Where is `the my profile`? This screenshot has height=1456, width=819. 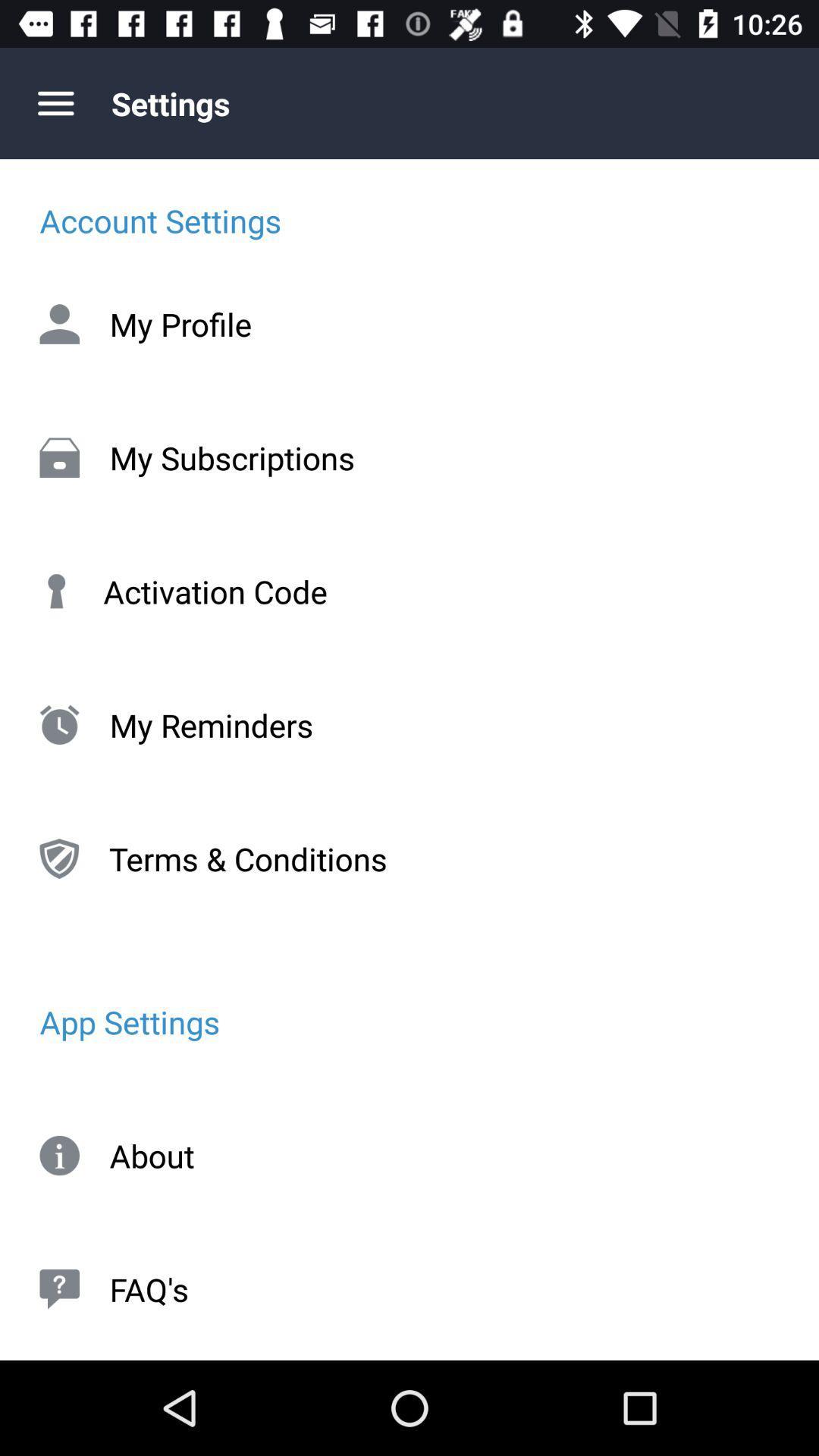
the my profile is located at coordinates (409, 323).